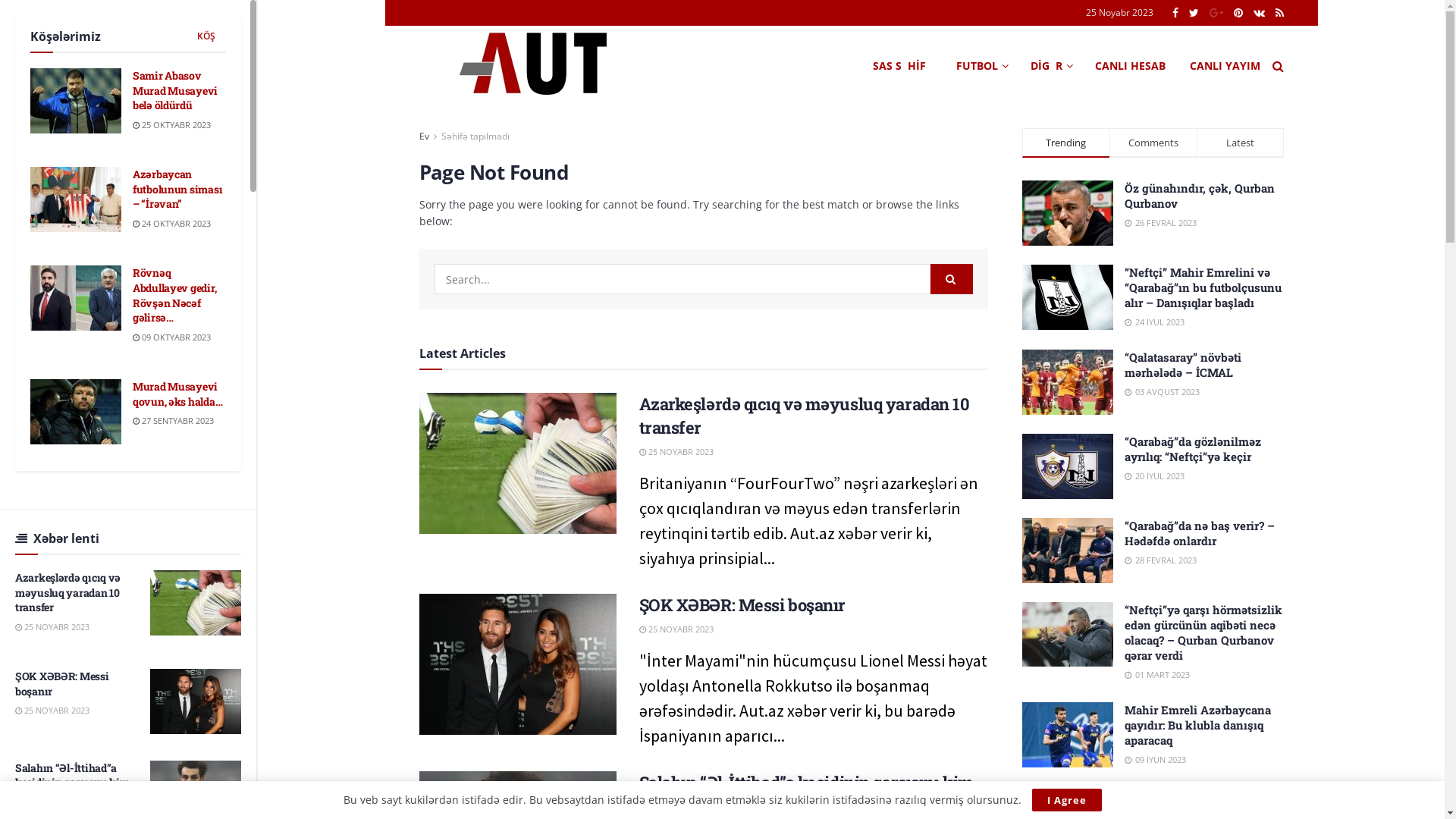  What do you see at coordinates (171, 124) in the screenshot?
I see `'25 OKTYABR 2023'` at bounding box center [171, 124].